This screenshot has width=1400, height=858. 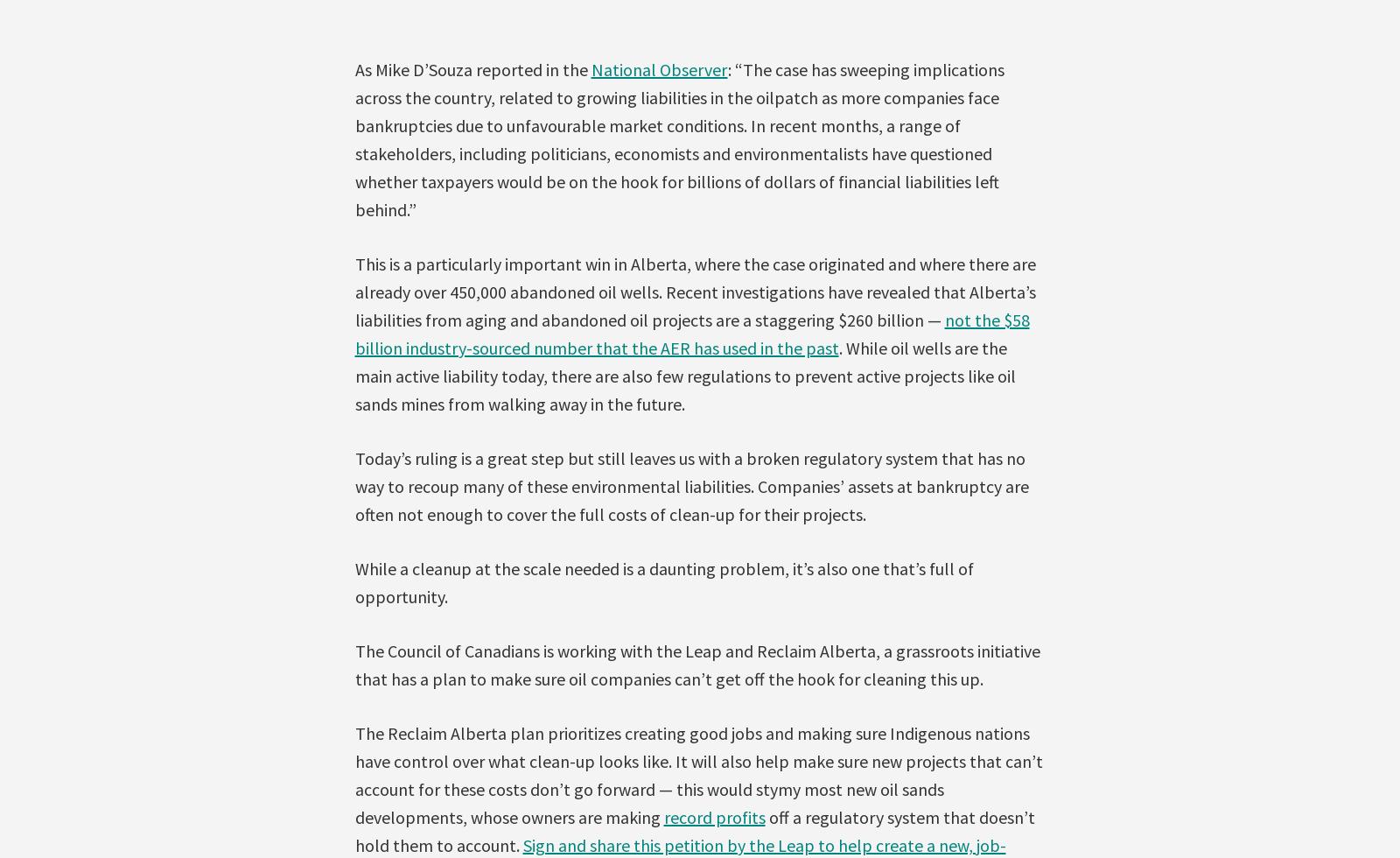 What do you see at coordinates (694, 830) in the screenshot?
I see `'off a regulatory system that doesn’t hold them to account.'` at bounding box center [694, 830].